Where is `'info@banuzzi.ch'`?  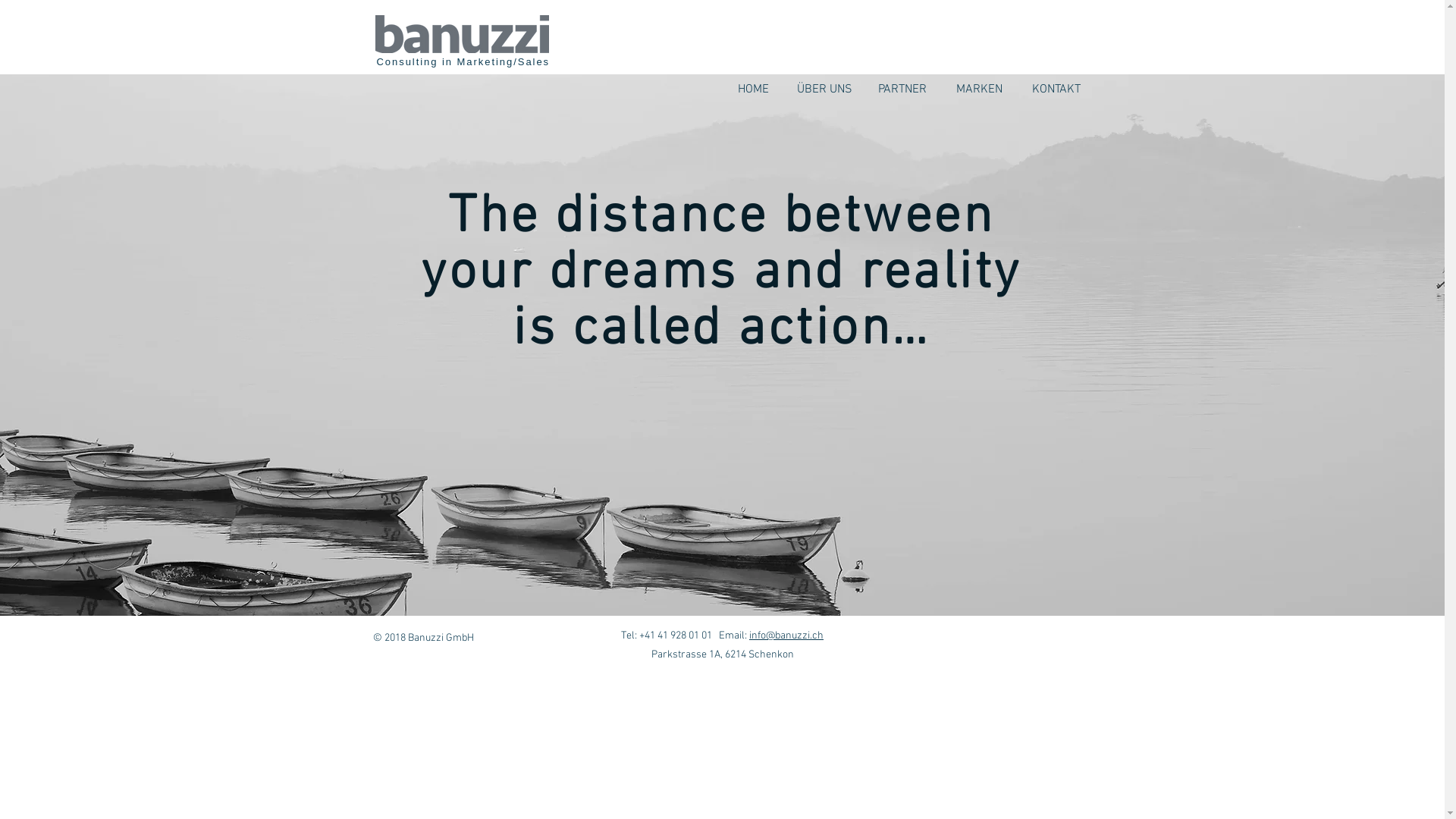 'info@banuzzi.ch' is located at coordinates (786, 635).